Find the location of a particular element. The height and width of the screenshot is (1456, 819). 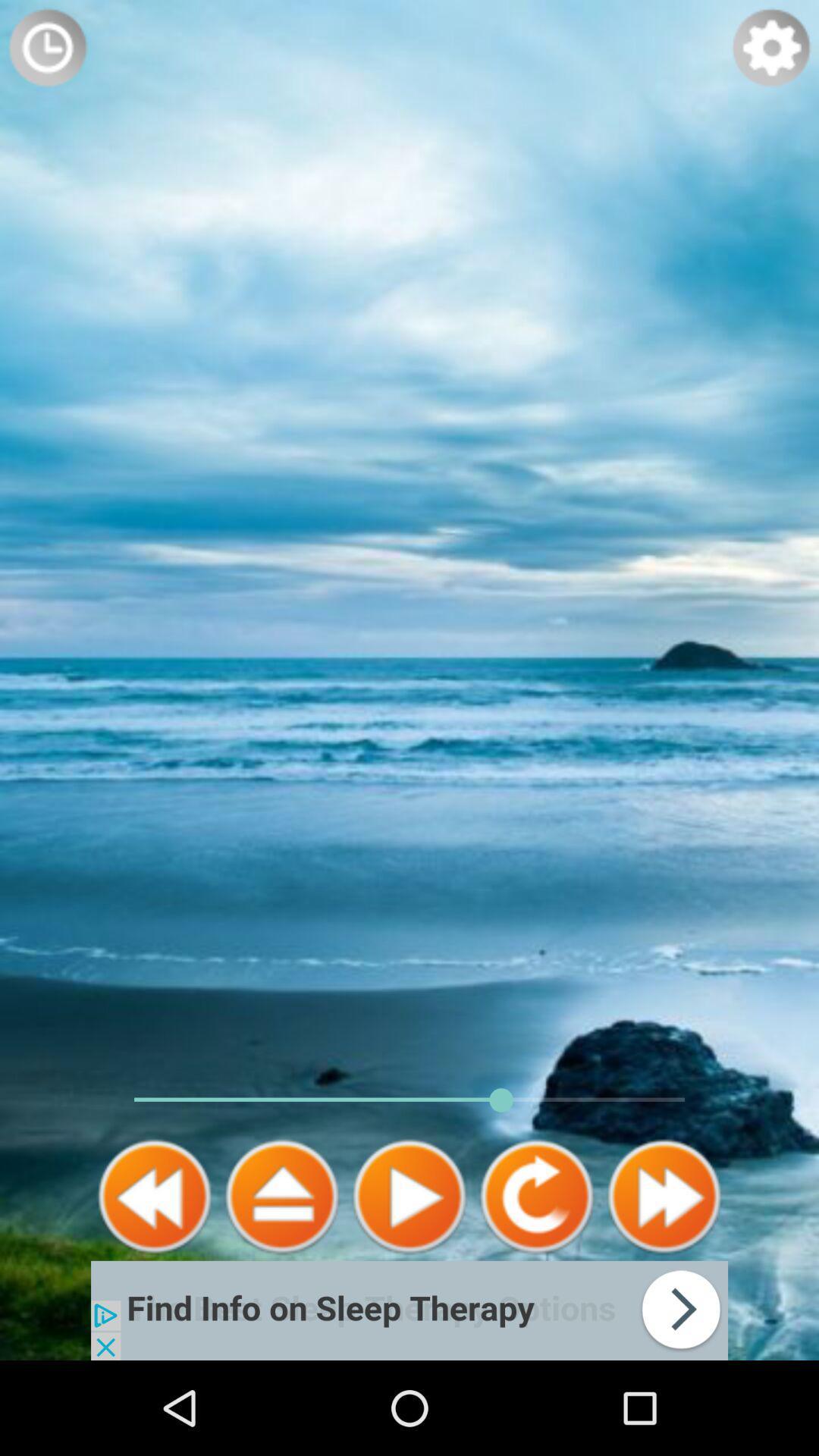

reload is located at coordinates (536, 1196).